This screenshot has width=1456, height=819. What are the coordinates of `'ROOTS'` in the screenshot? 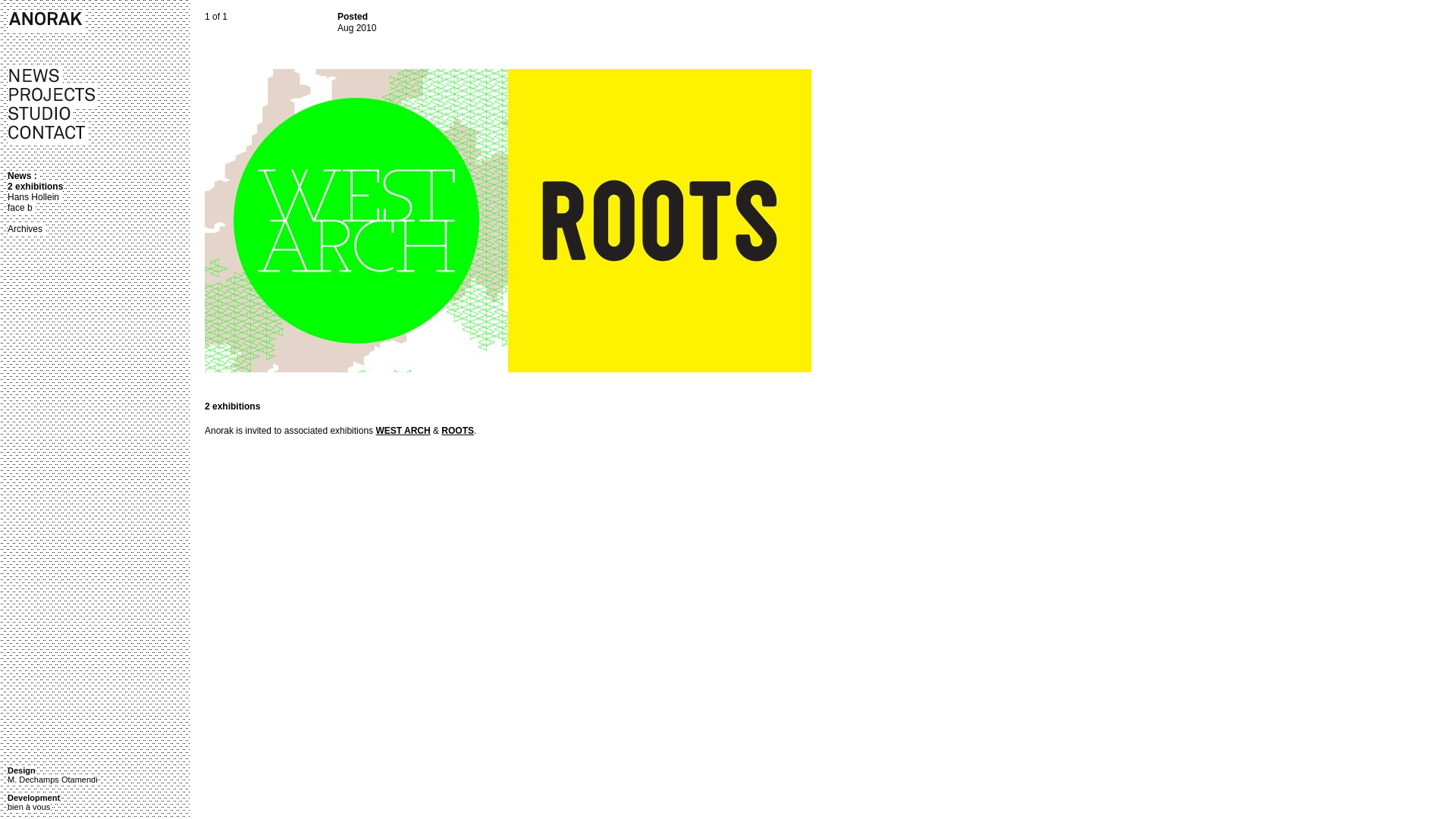 It's located at (440, 430).